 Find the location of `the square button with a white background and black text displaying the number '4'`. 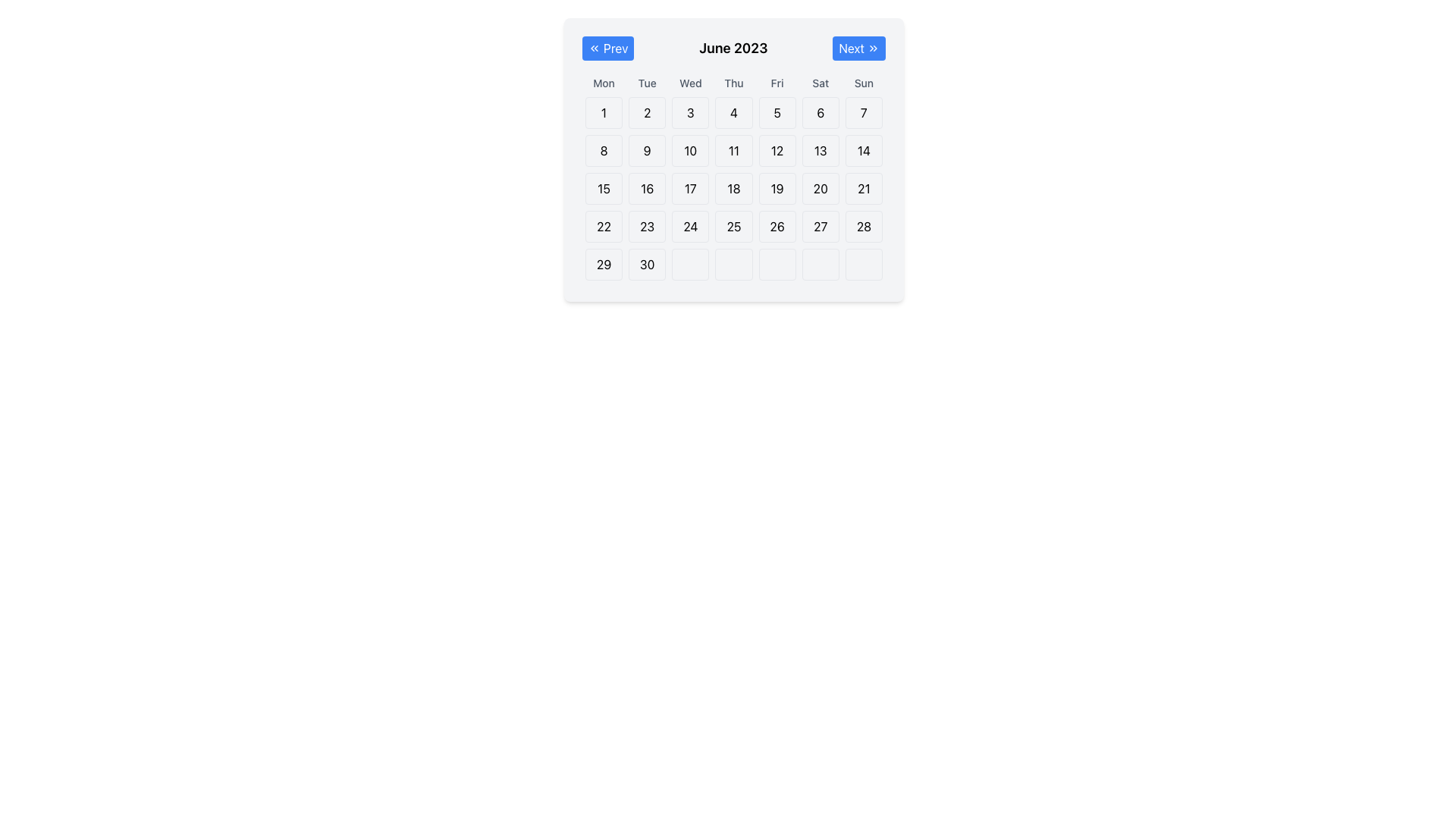

the square button with a white background and black text displaying the number '4' is located at coordinates (734, 112).